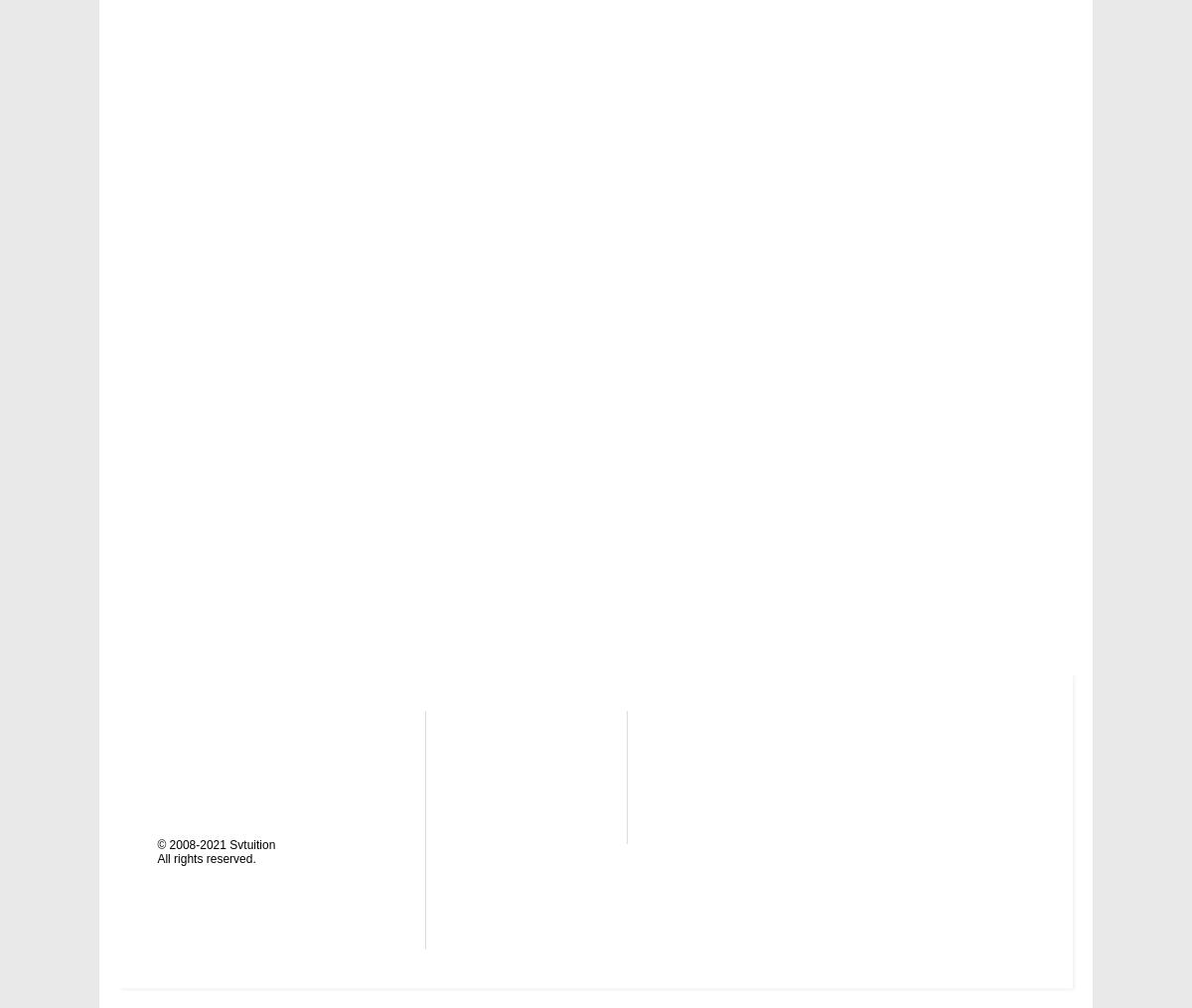  I want to click on 'Finance', so click(723, 742).